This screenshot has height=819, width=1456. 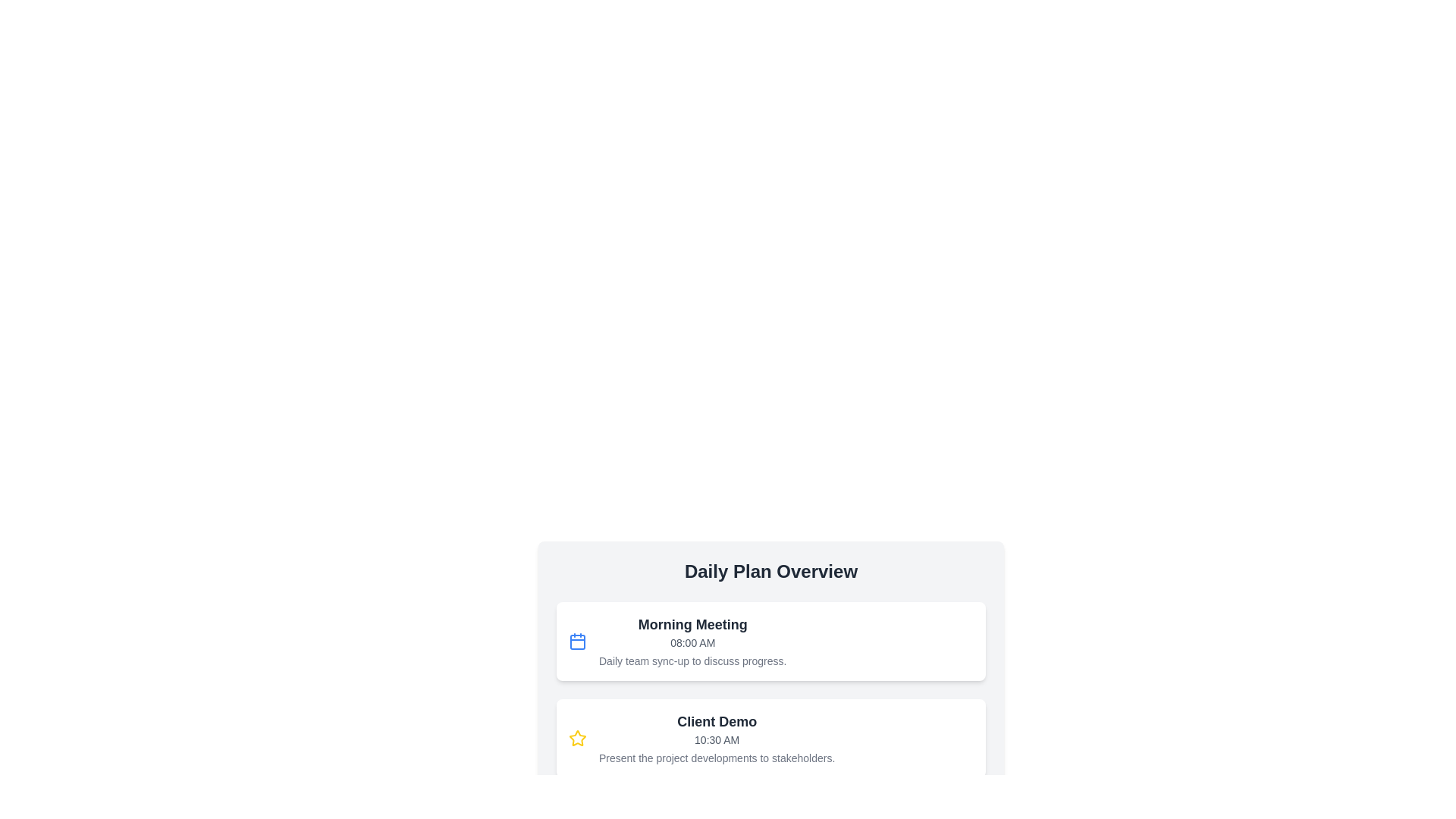 What do you see at coordinates (577, 738) in the screenshot?
I see `the star icon element styled in yellow, positioned to the left of the 'Client Demo' text in the scheduling interface` at bounding box center [577, 738].